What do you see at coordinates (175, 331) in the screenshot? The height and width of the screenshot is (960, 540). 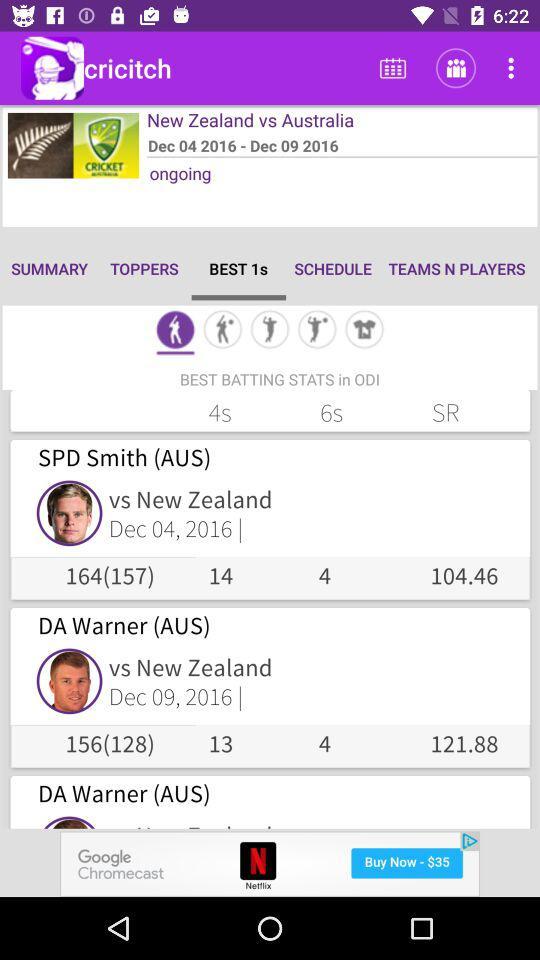 I see `batting schedule` at bounding box center [175, 331].